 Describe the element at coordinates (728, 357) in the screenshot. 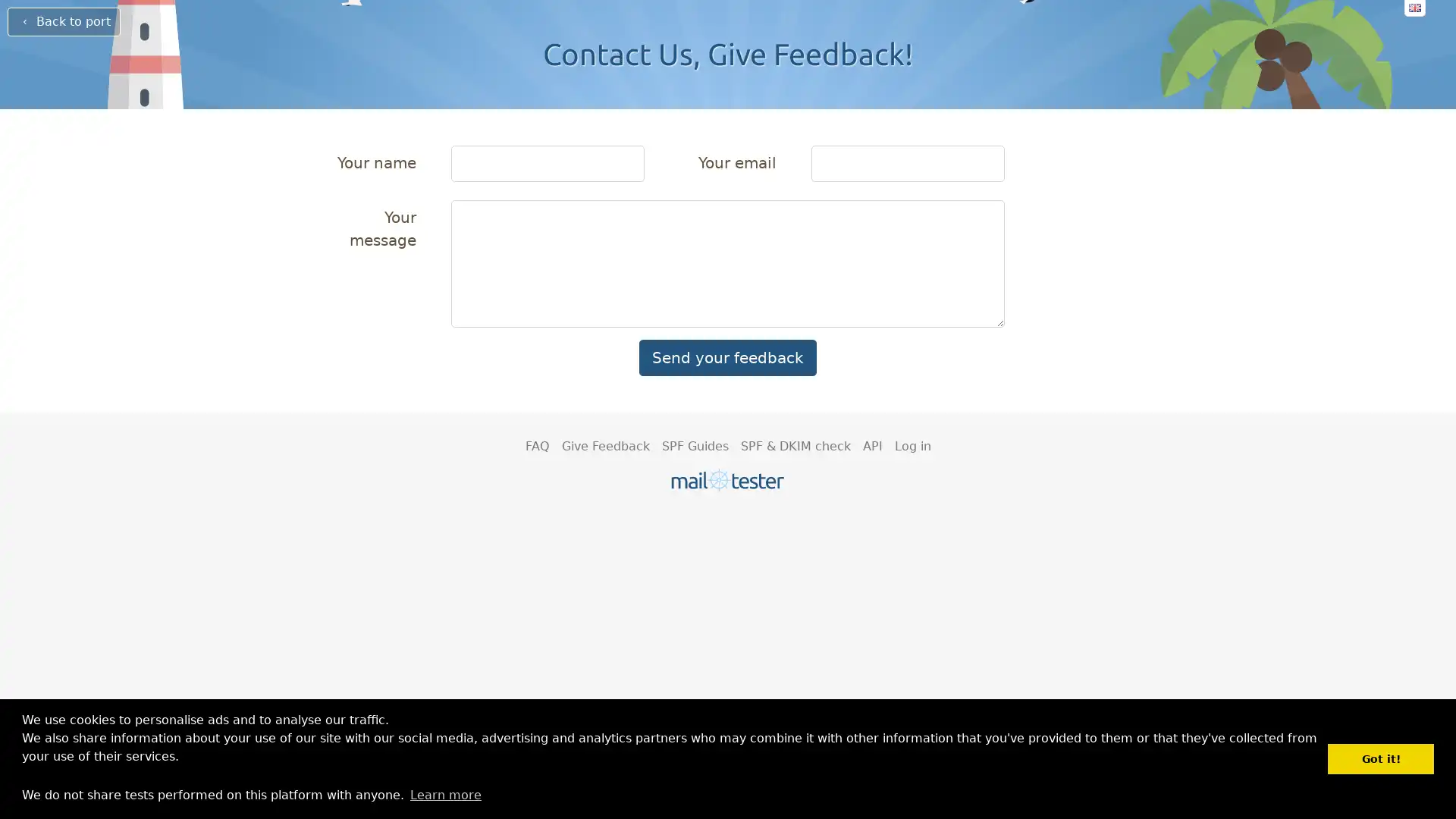

I see `Send your feedback` at that location.